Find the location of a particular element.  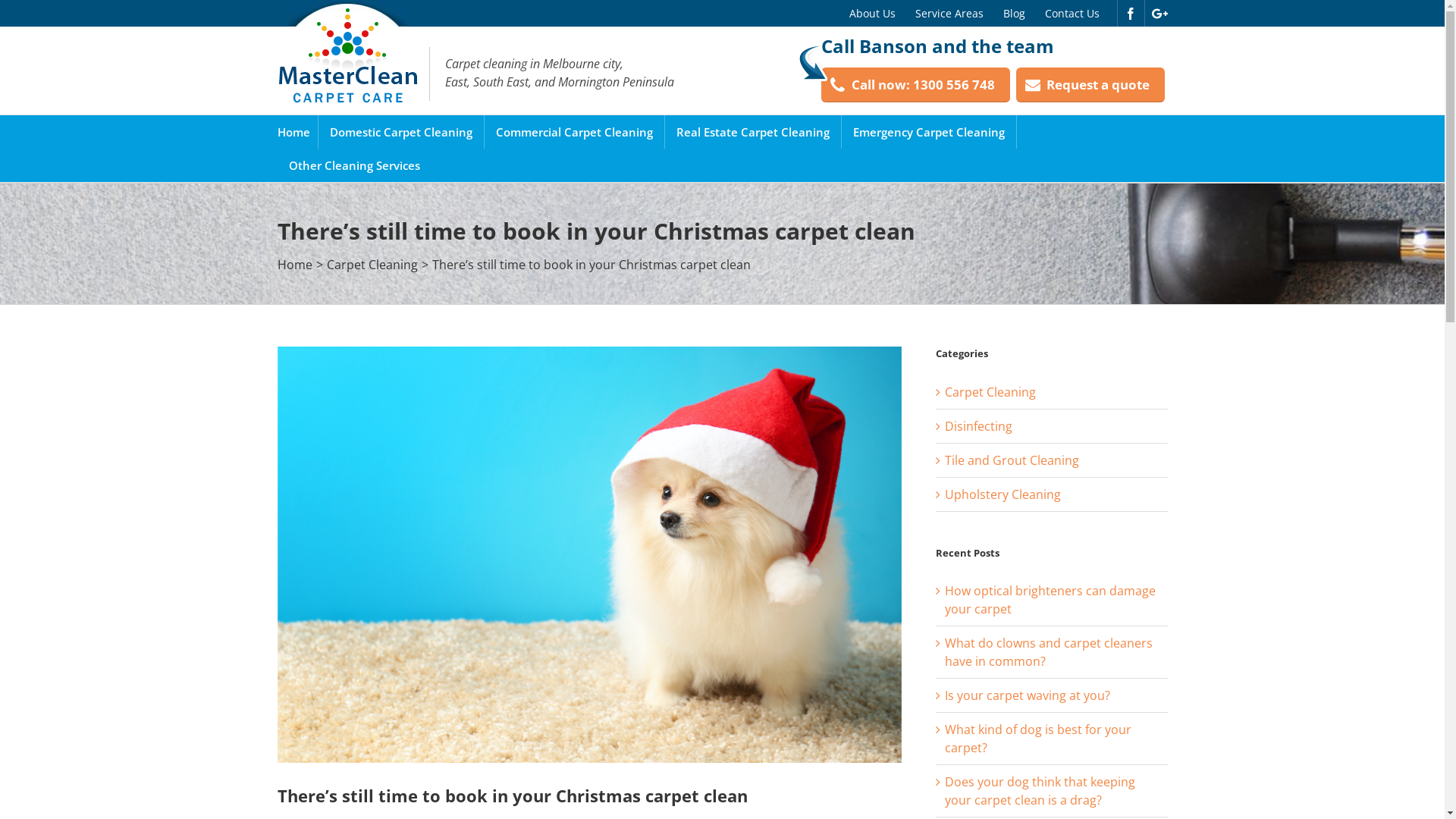

'Commercial Carpet Cleaning' is located at coordinates (573, 130).